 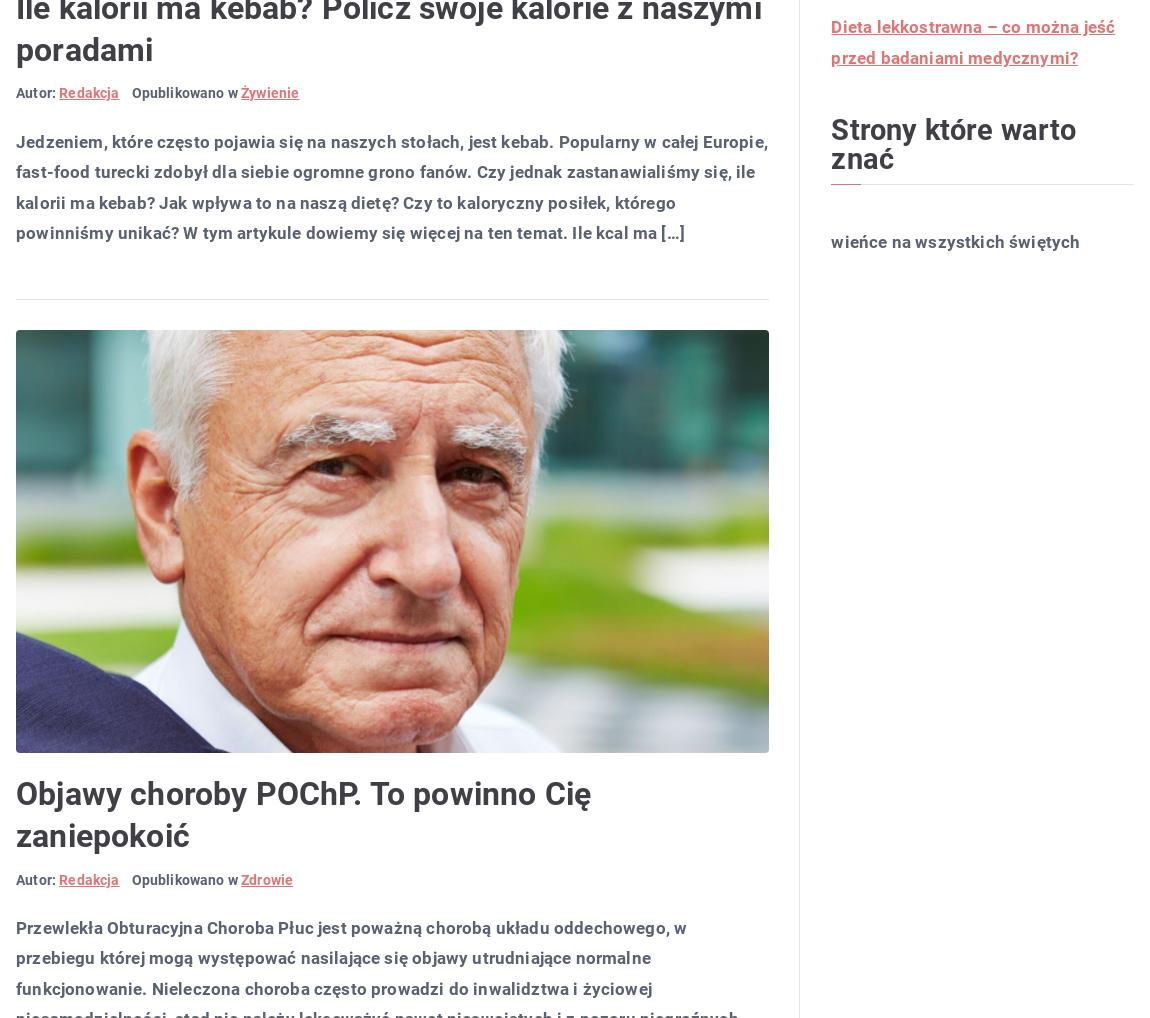 I want to click on 'Żywienie', so click(x=269, y=93).